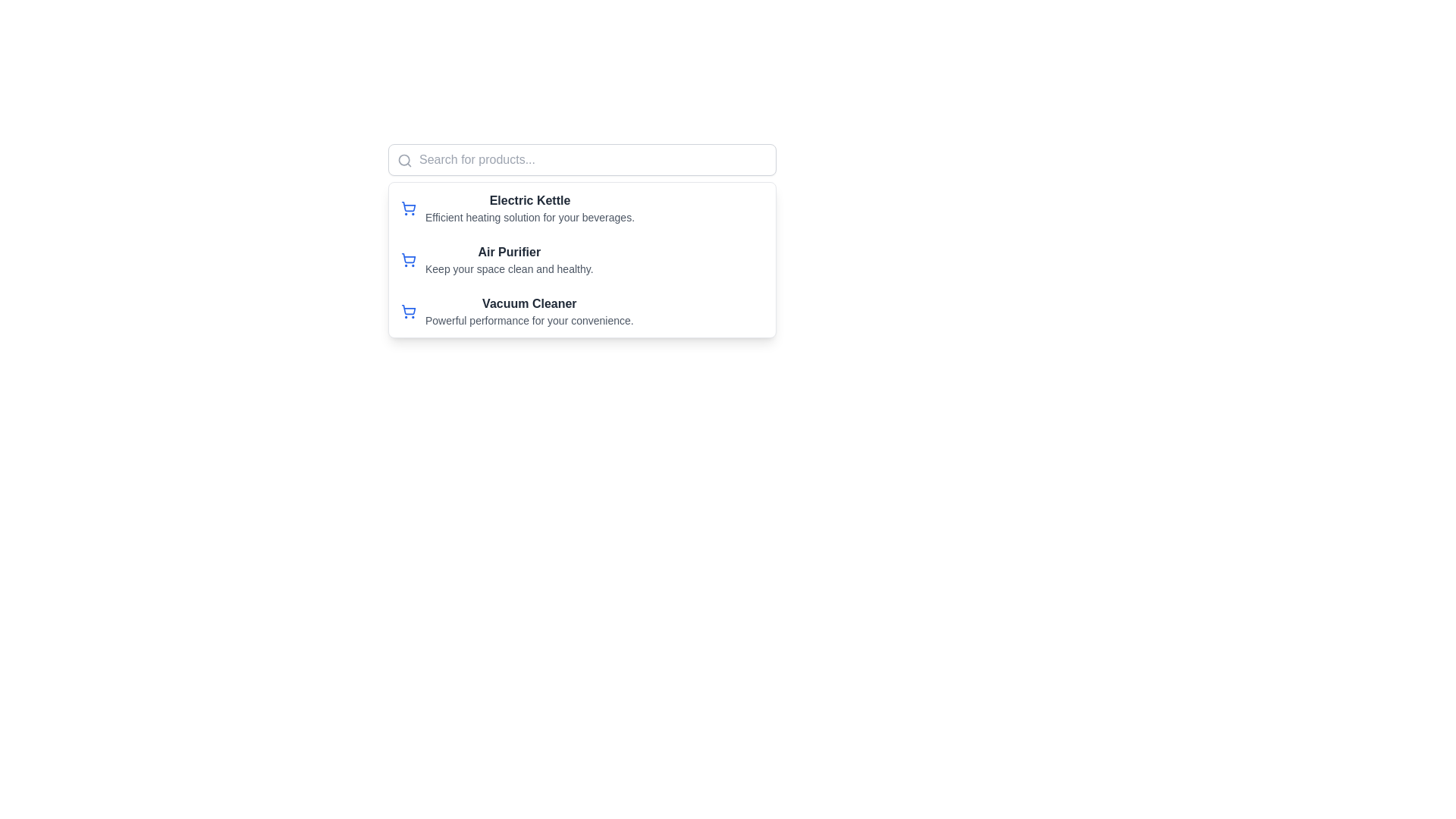 The image size is (1456, 819). I want to click on the text label displaying 'Powerful performance for your convenience.' located directly beneath the title 'Vacuum Cleaner.', so click(529, 320).